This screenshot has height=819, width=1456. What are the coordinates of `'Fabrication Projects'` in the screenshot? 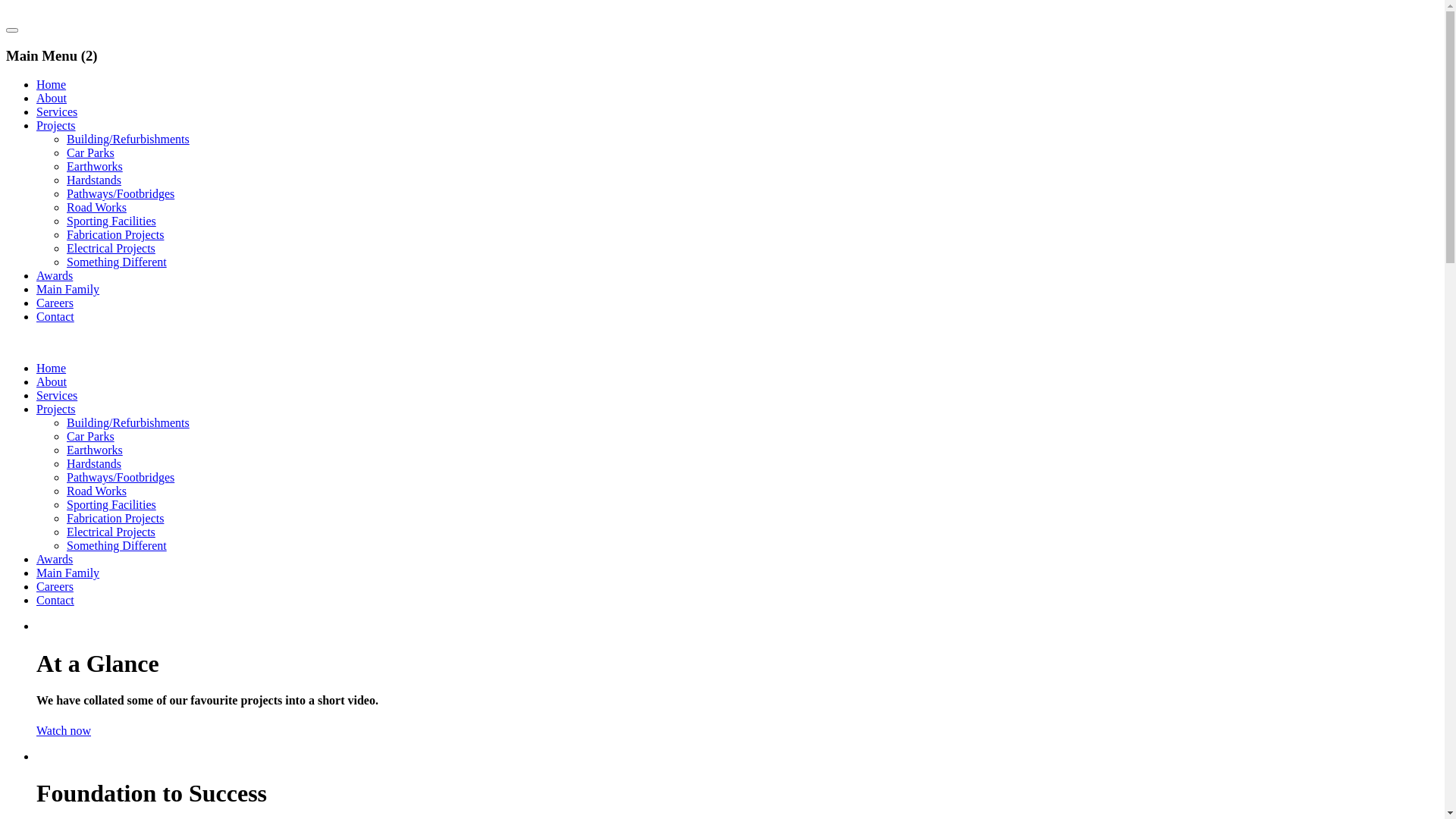 It's located at (115, 517).